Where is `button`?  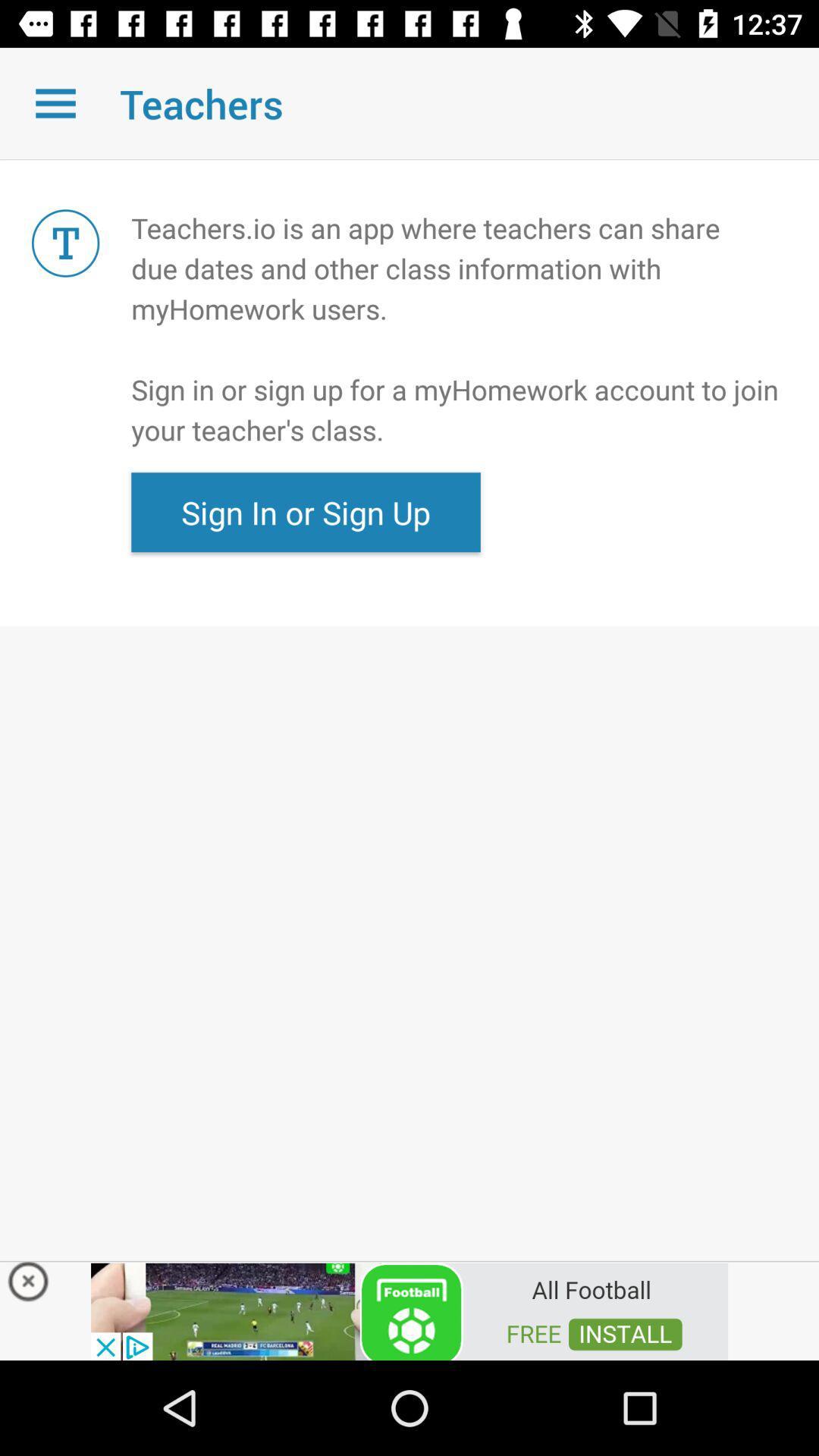 button is located at coordinates (409, 1310).